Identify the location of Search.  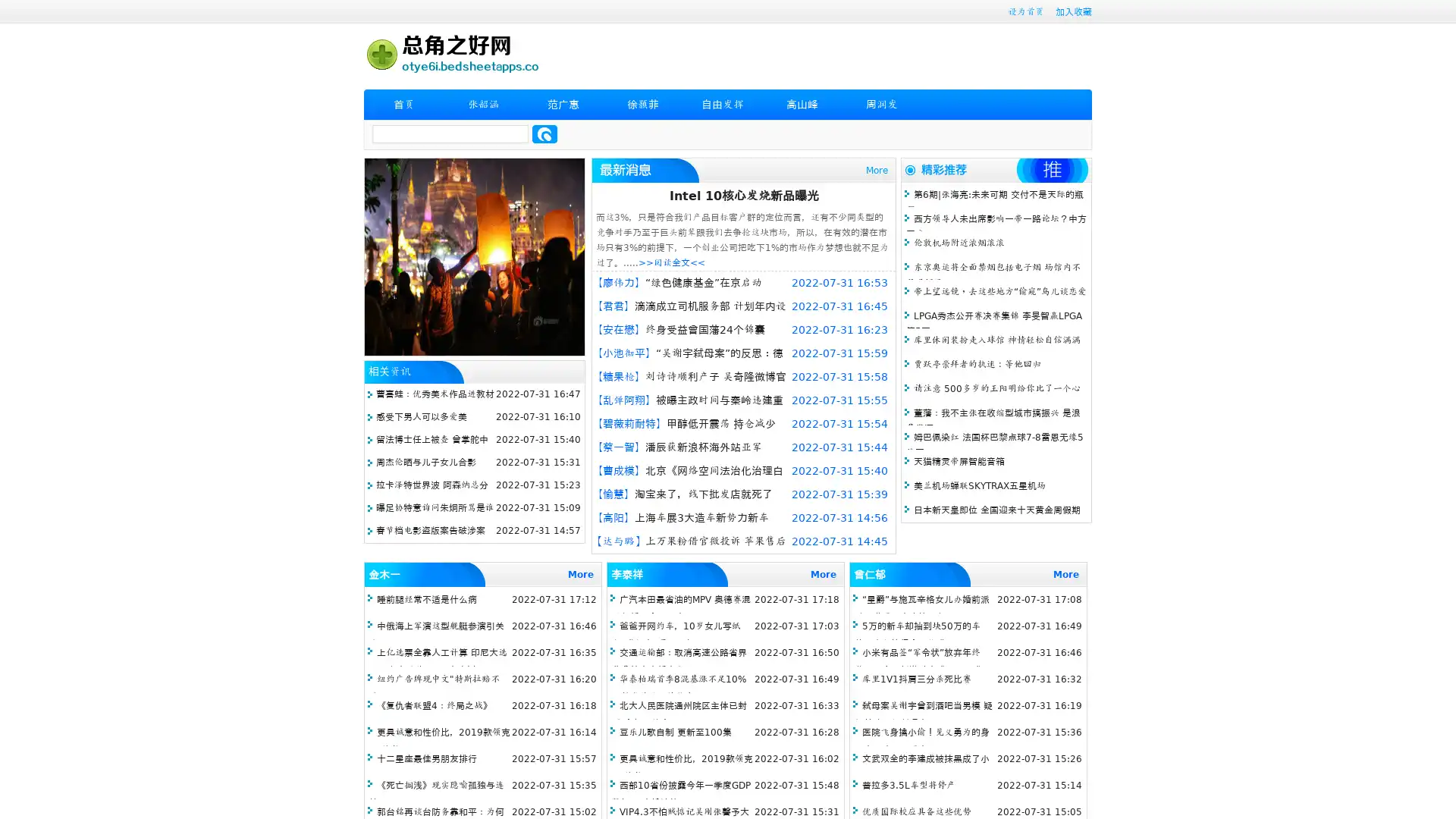
(544, 133).